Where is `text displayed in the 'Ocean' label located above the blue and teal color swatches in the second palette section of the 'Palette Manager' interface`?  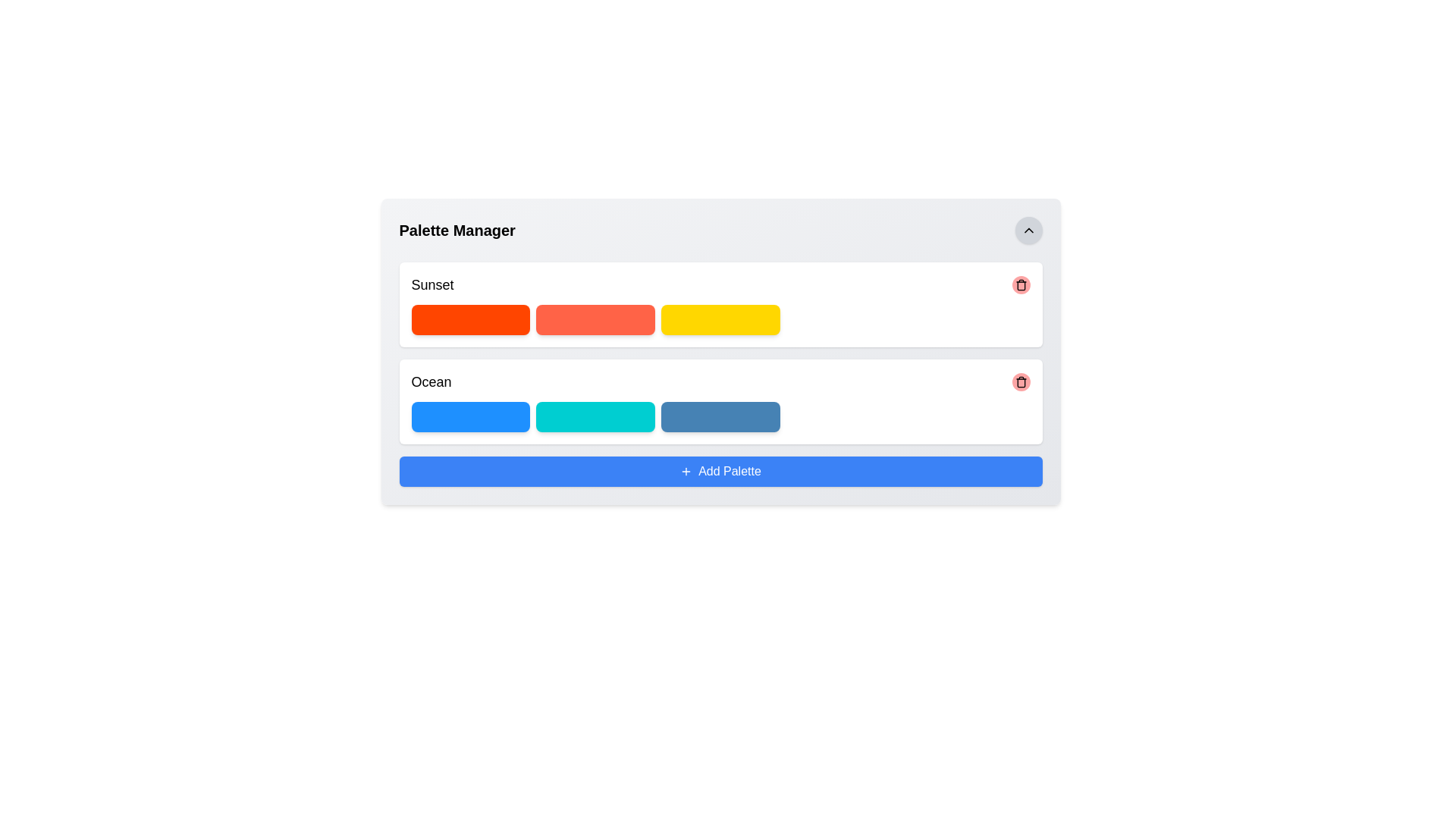 text displayed in the 'Ocean' label located above the blue and teal color swatches in the second palette section of the 'Palette Manager' interface is located at coordinates (431, 381).